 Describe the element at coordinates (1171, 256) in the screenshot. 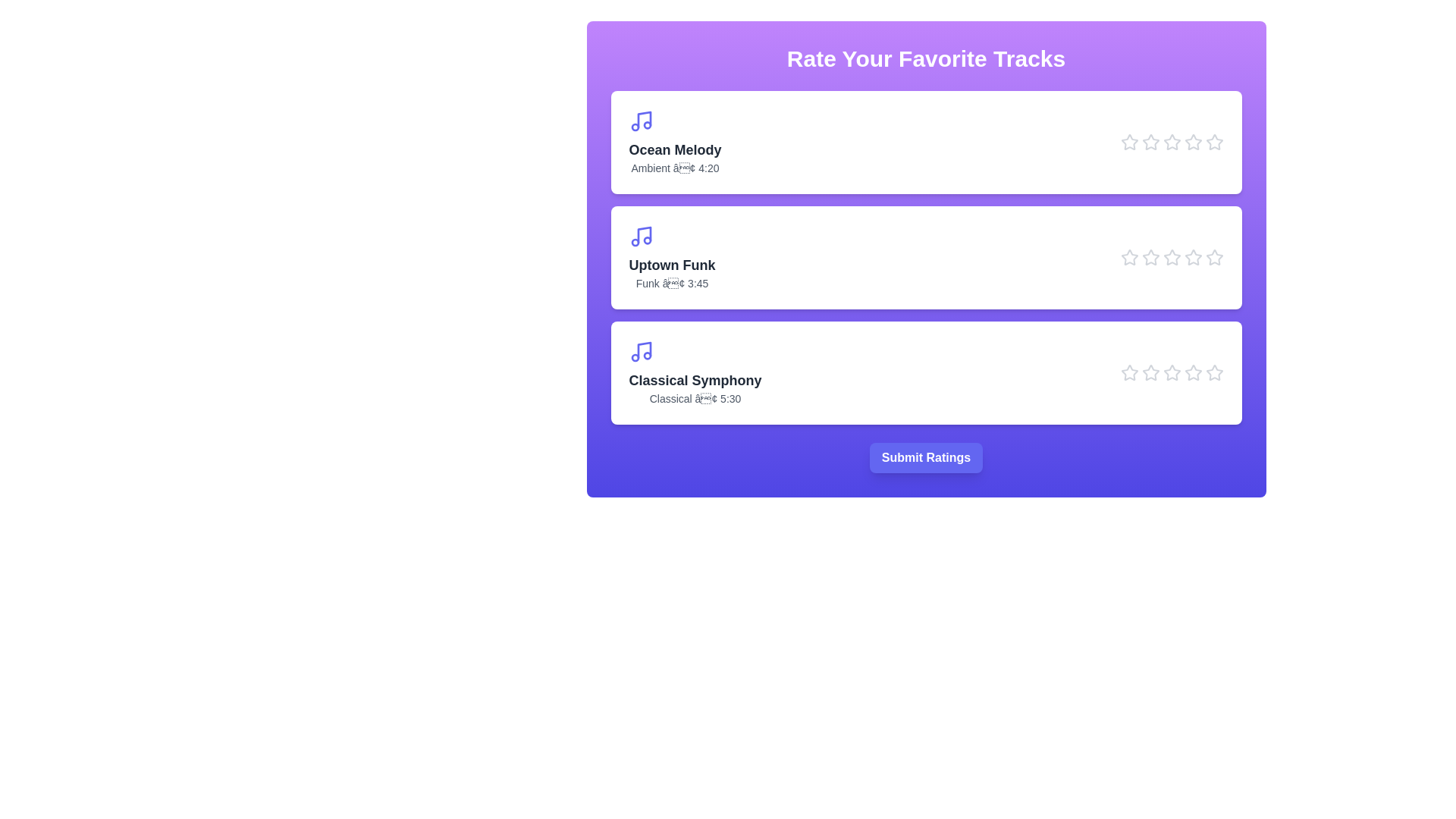

I see `the star icon corresponding to Uptown Funk at 3 stars to preview the rating` at that location.